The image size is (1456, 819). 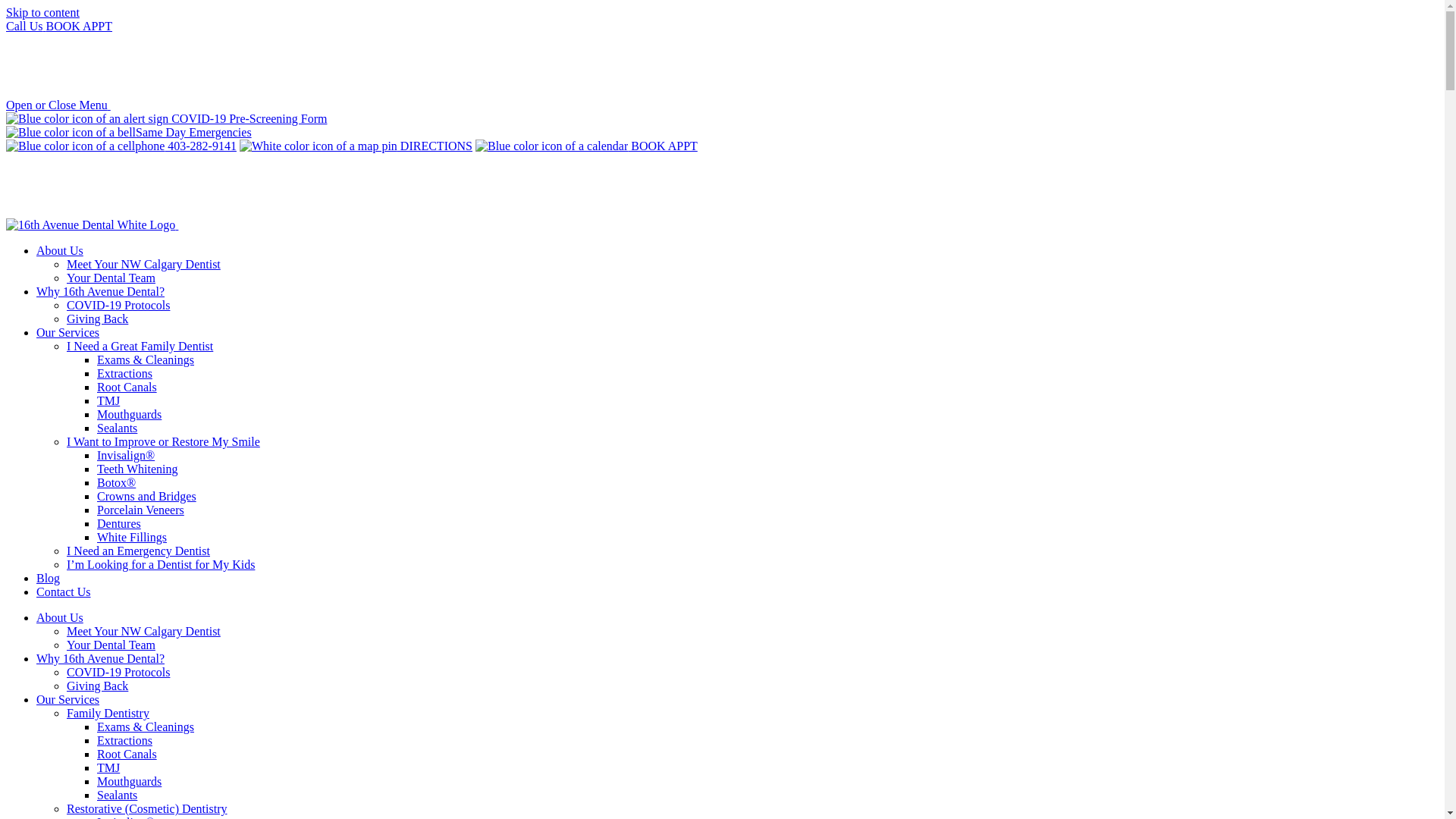 I want to click on 'White Fillings', so click(x=131, y=536).